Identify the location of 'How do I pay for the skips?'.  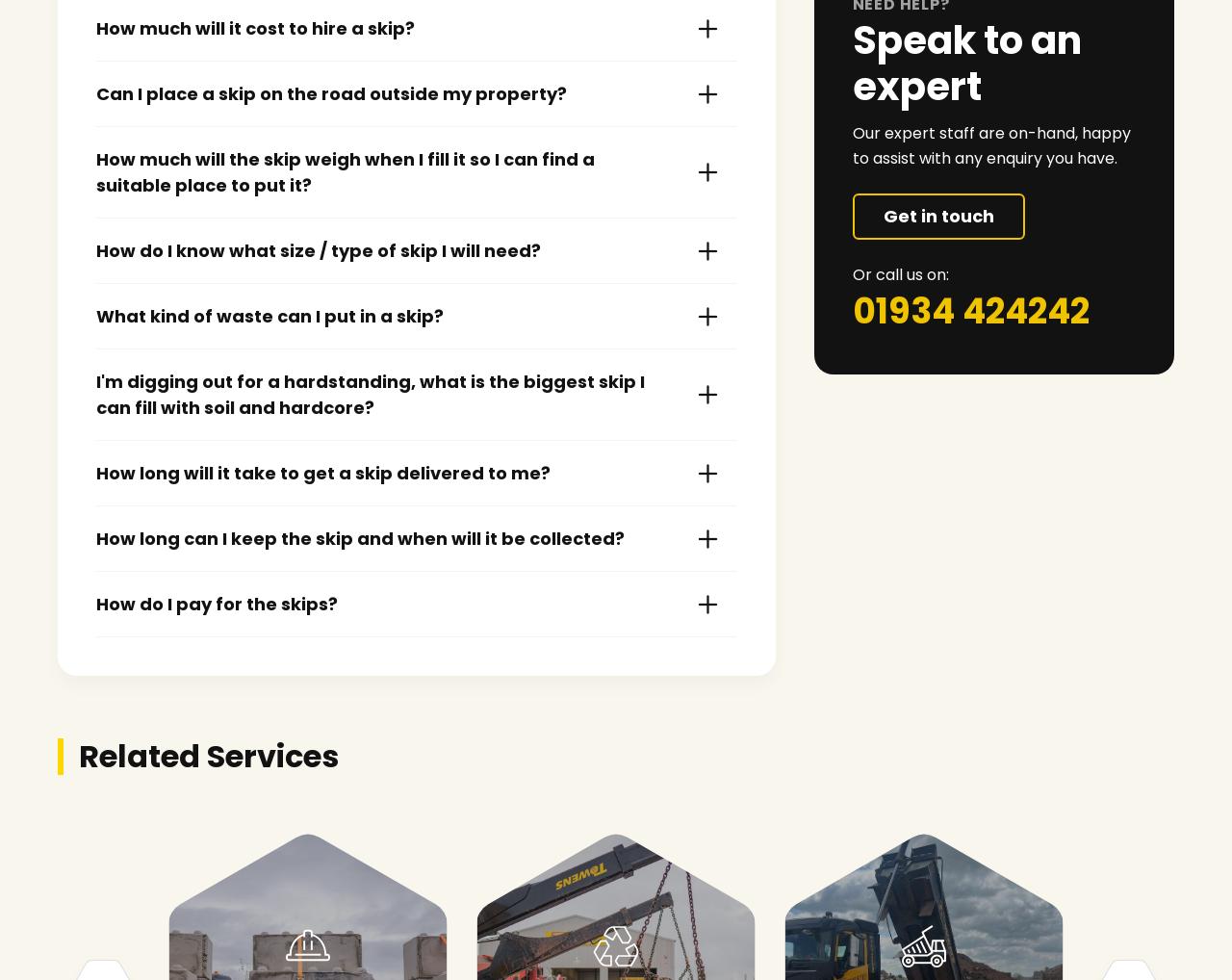
(217, 603).